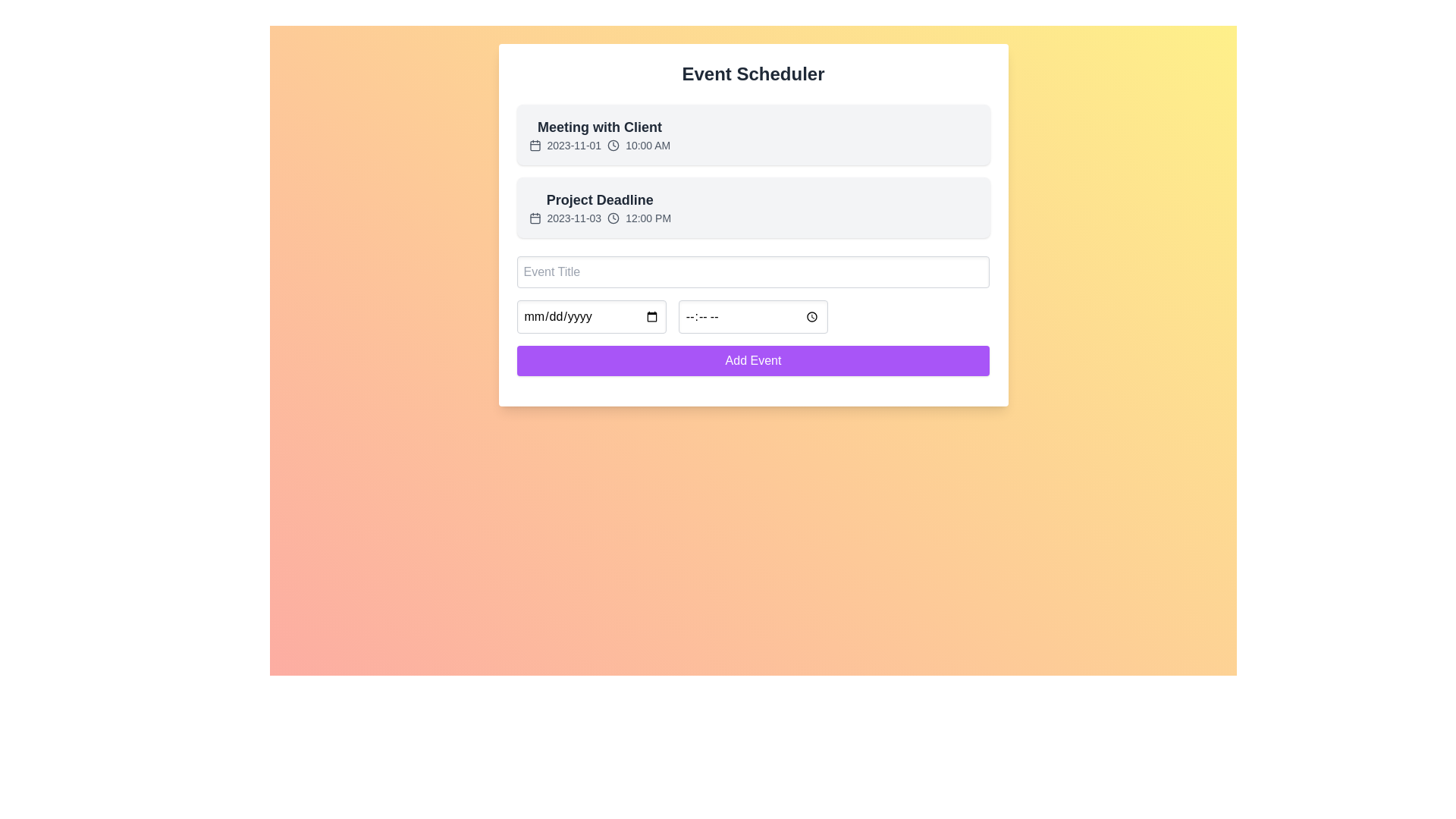 The height and width of the screenshot is (819, 1456). Describe the element at coordinates (535, 146) in the screenshot. I see `the calendar icon located next to the date '2023-11-01' in the 'Meeting with Client' list entry` at that location.